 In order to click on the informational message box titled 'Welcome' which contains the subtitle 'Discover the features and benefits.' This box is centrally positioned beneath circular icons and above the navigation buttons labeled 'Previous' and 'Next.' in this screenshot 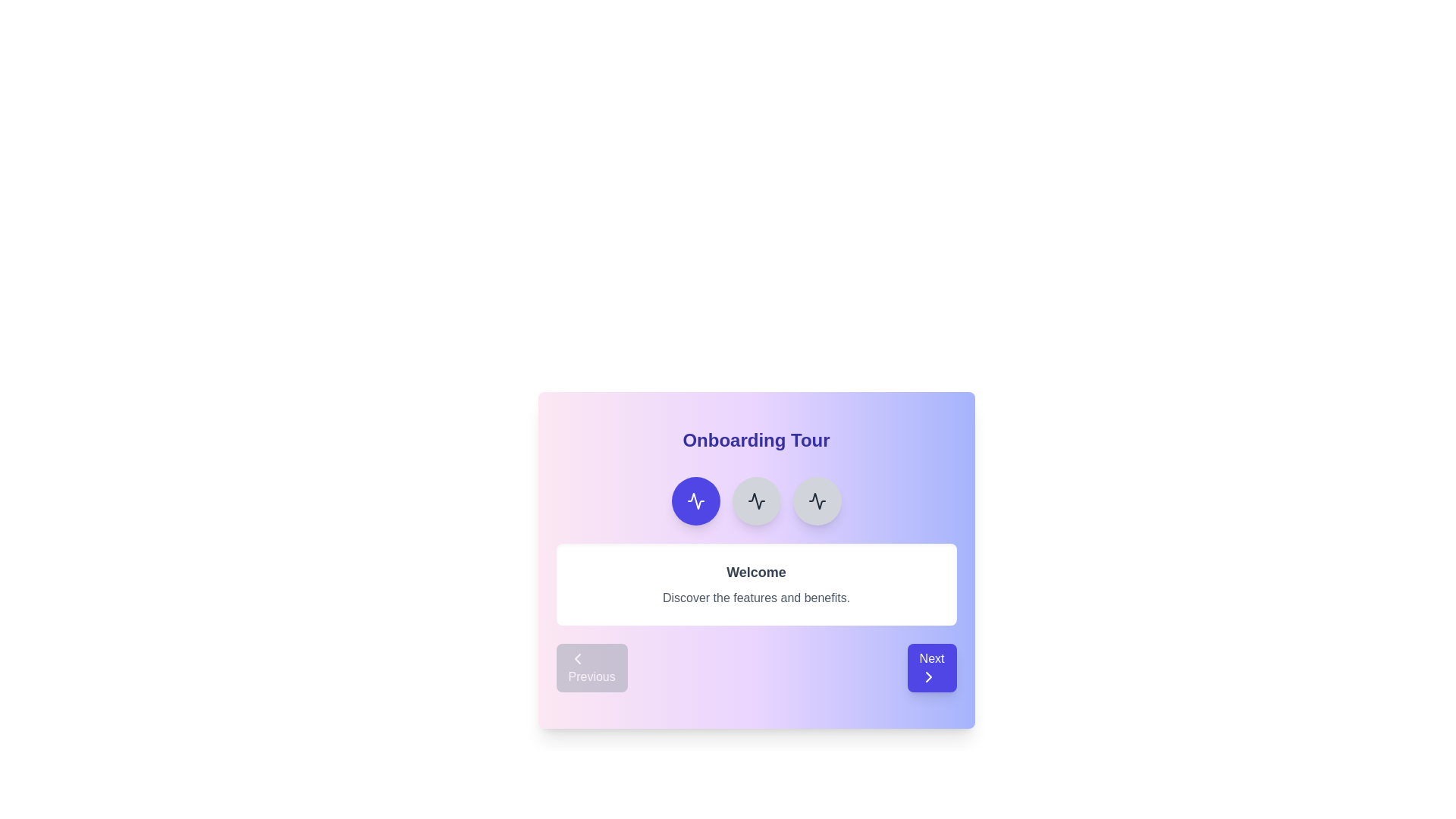, I will do `click(756, 584)`.